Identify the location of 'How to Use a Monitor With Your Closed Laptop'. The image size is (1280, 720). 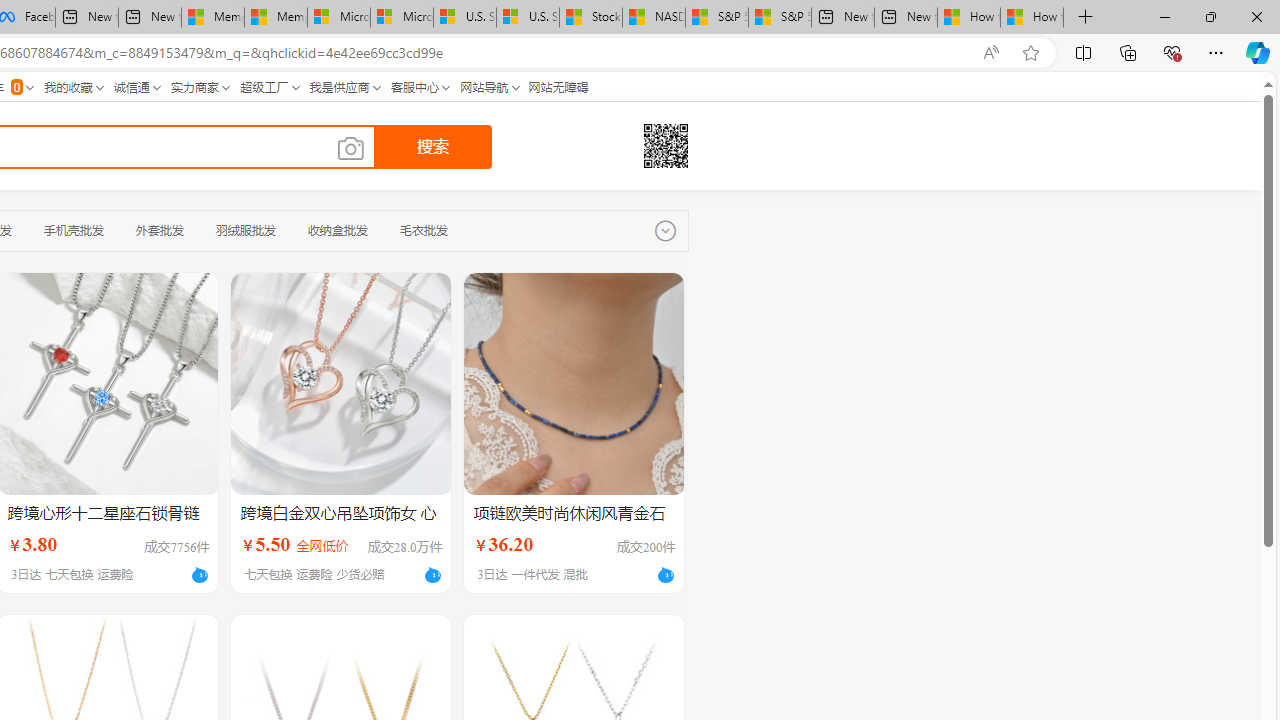
(1032, 17).